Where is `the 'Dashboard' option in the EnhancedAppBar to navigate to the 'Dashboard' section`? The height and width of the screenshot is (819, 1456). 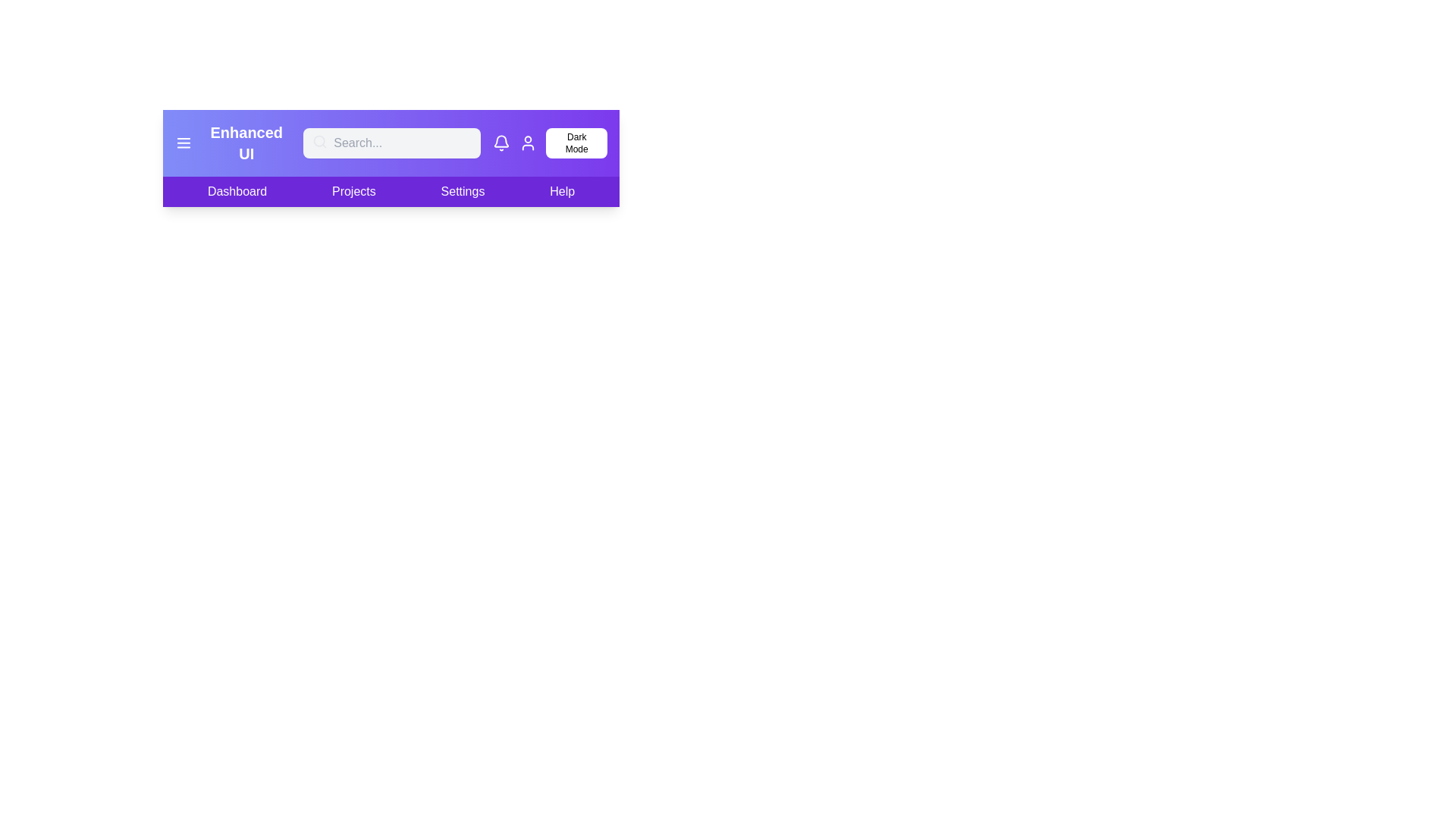
the 'Dashboard' option in the EnhancedAppBar to navigate to the 'Dashboard' section is located at coordinates (236, 191).